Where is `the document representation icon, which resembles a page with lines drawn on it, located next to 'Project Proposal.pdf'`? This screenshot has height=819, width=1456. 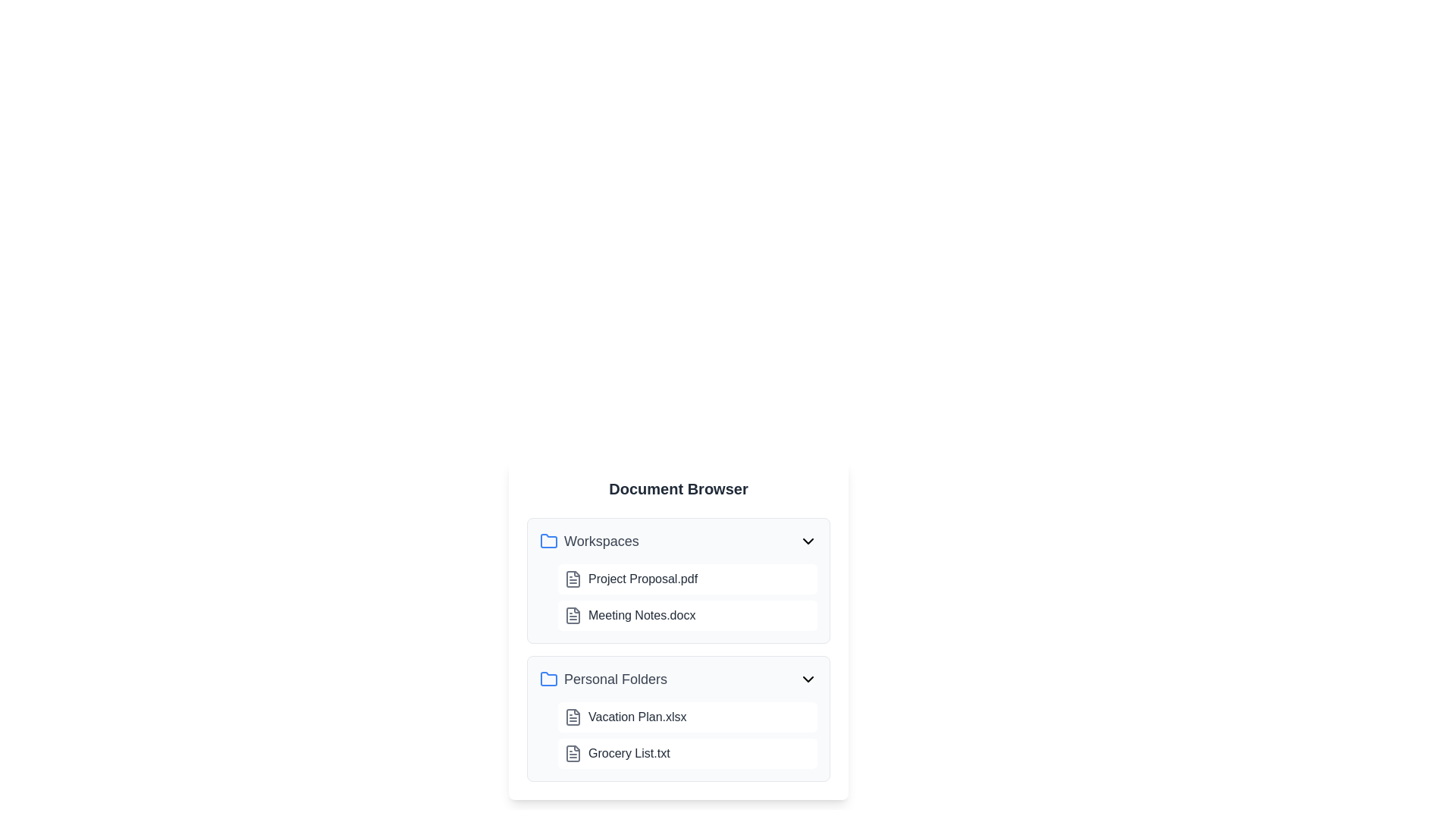
the document representation icon, which resembles a page with lines drawn on it, located next to 'Project Proposal.pdf' is located at coordinates (572, 579).